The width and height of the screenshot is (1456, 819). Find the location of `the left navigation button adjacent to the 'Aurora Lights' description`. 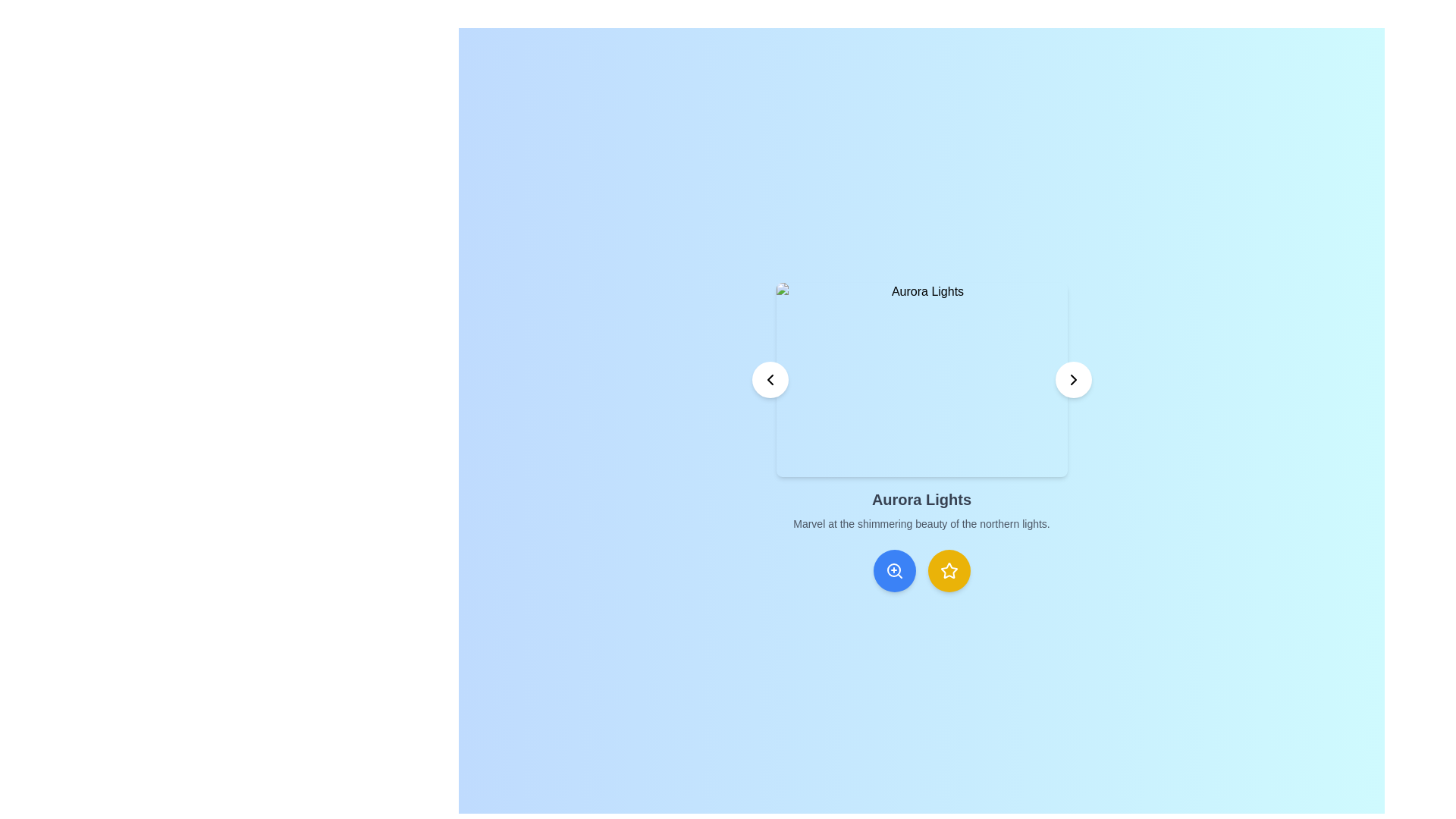

the left navigation button adjacent to the 'Aurora Lights' description is located at coordinates (770, 379).